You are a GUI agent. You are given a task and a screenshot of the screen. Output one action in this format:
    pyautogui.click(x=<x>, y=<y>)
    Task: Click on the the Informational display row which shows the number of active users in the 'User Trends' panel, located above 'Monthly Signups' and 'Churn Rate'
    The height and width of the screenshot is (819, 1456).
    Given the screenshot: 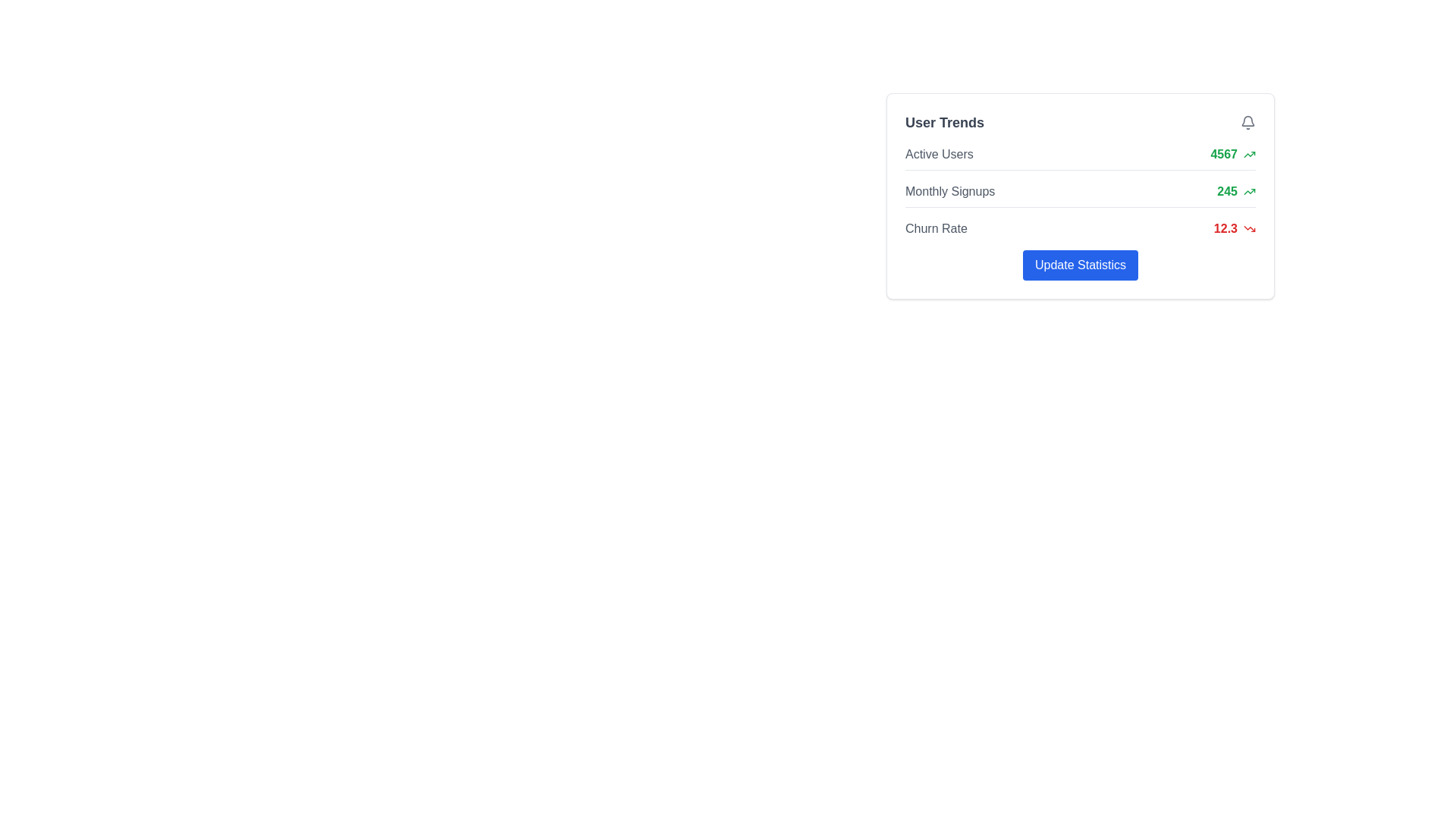 What is the action you would take?
    pyautogui.click(x=1080, y=158)
    